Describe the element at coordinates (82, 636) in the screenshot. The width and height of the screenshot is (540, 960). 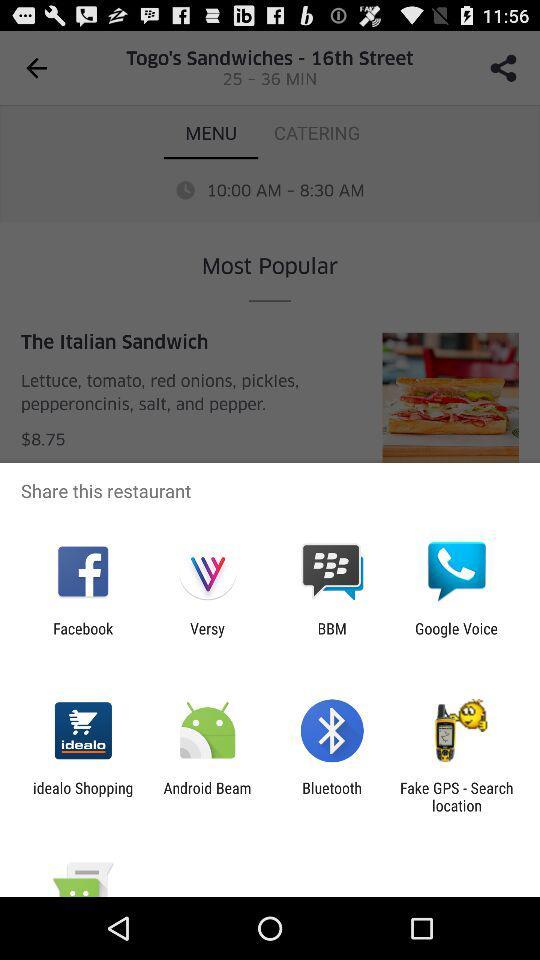
I see `item to the left of versy item` at that location.